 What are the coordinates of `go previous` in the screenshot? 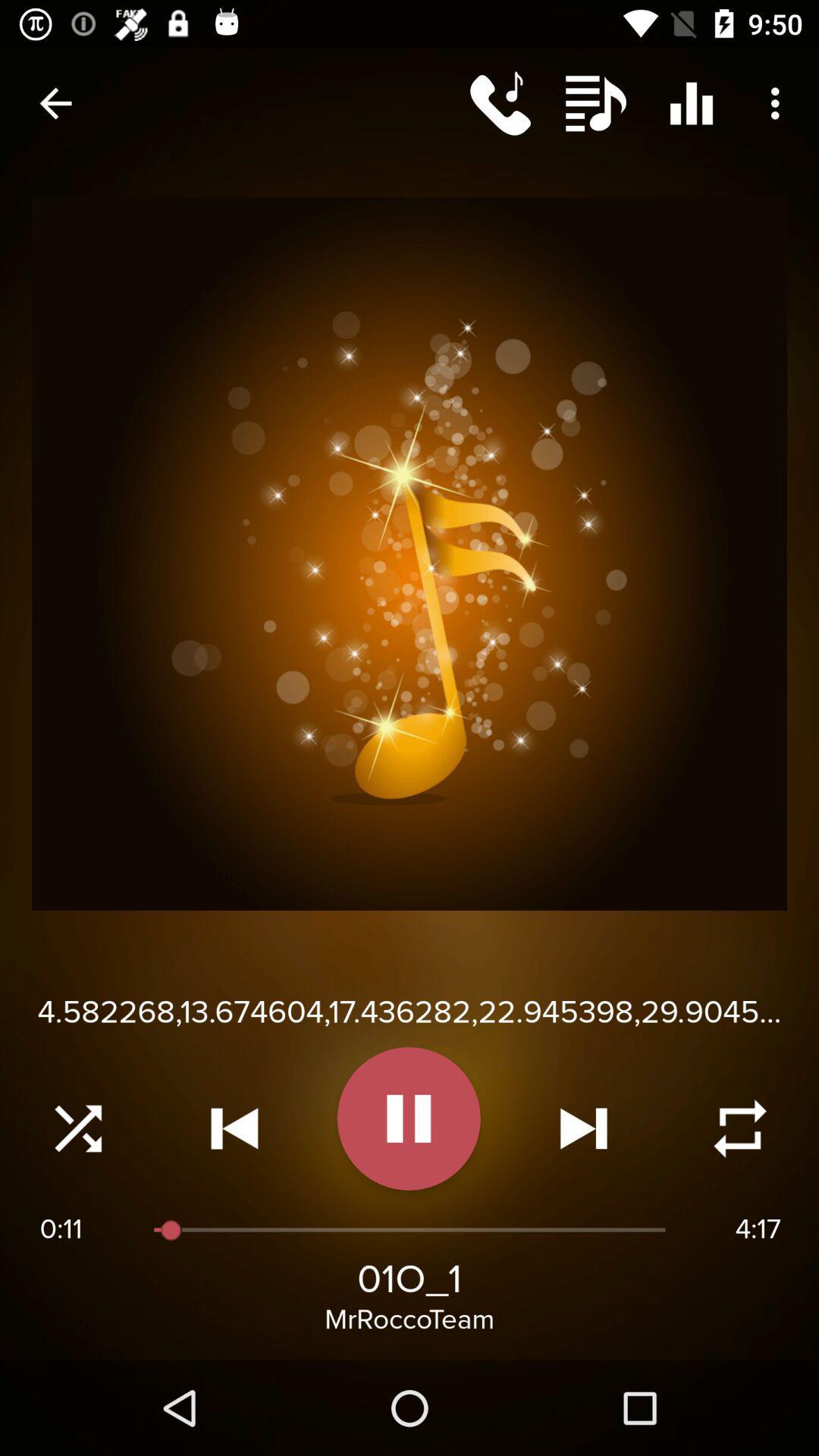 It's located at (234, 1128).